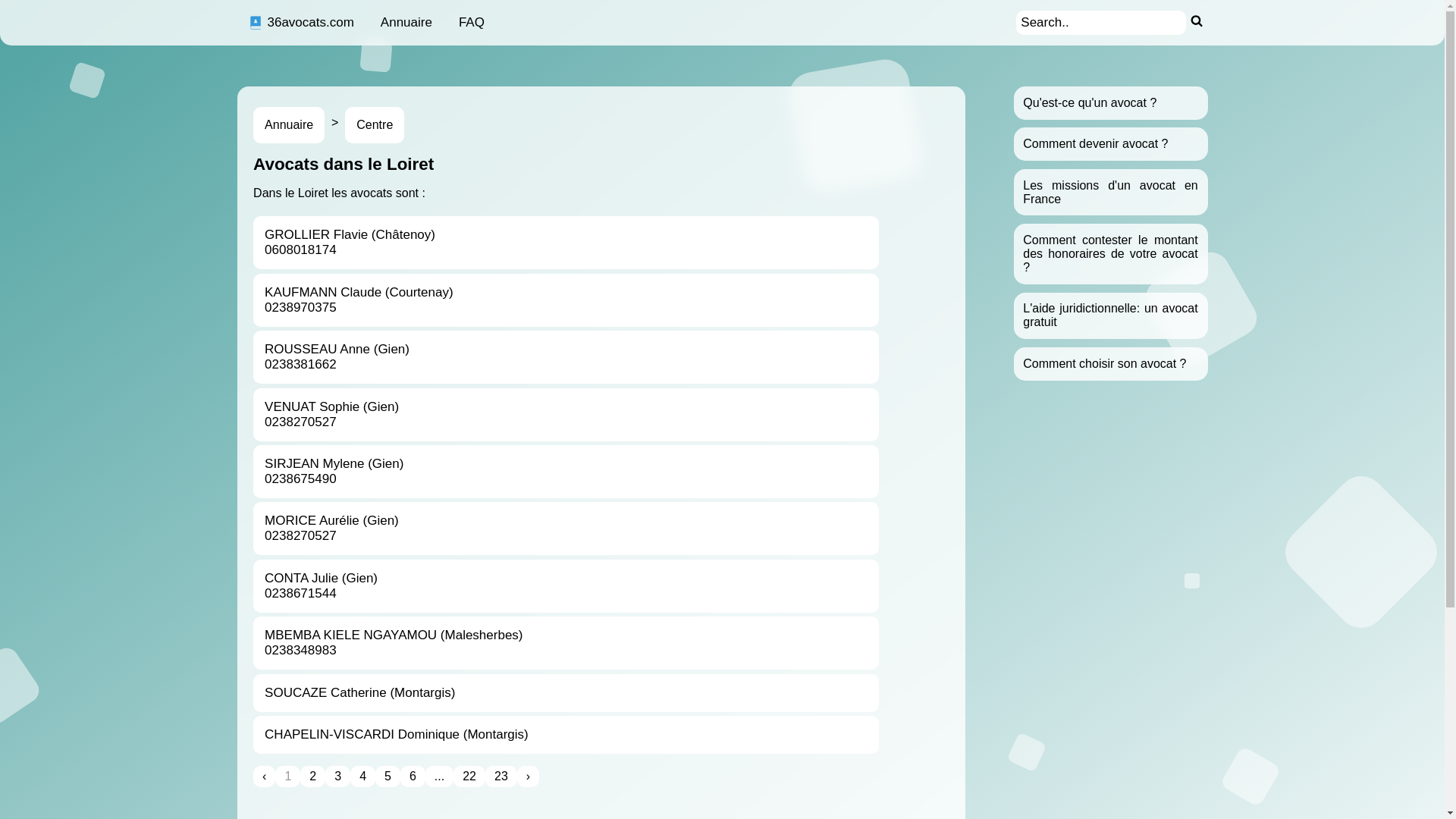  Describe the element at coordinates (1110, 314) in the screenshot. I see `'L'aide juridictionnelle: un avocat gratuit'` at that location.